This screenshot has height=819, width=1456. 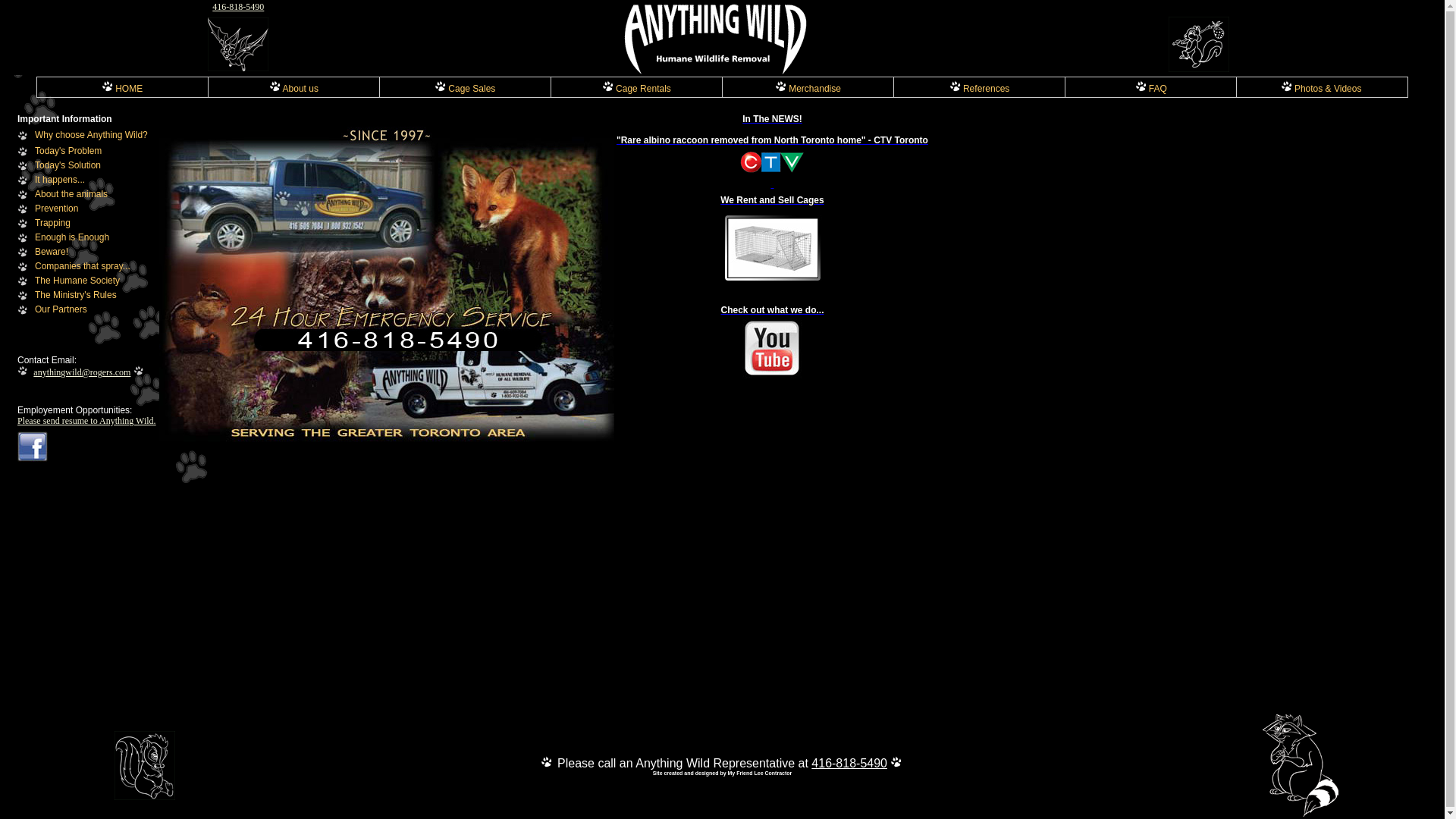 What do you see at coordinates (90, 133) in the screenshot?
I see `'Why choose Anything Wild?'` at bounding box center [90, 133].